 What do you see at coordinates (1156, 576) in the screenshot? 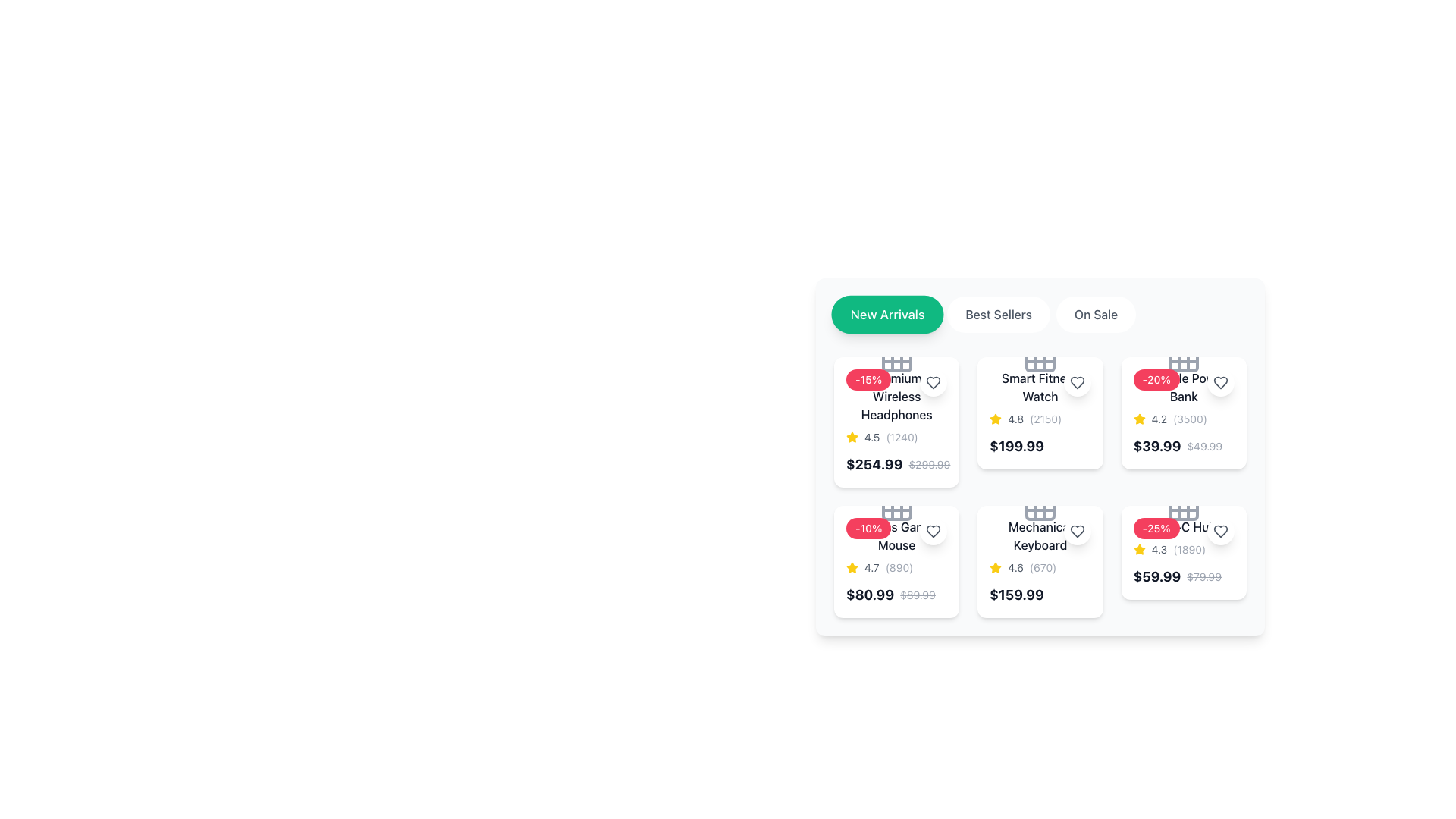
I see `the price label displaying '$59.99'` at bounding box center [1156, 576].